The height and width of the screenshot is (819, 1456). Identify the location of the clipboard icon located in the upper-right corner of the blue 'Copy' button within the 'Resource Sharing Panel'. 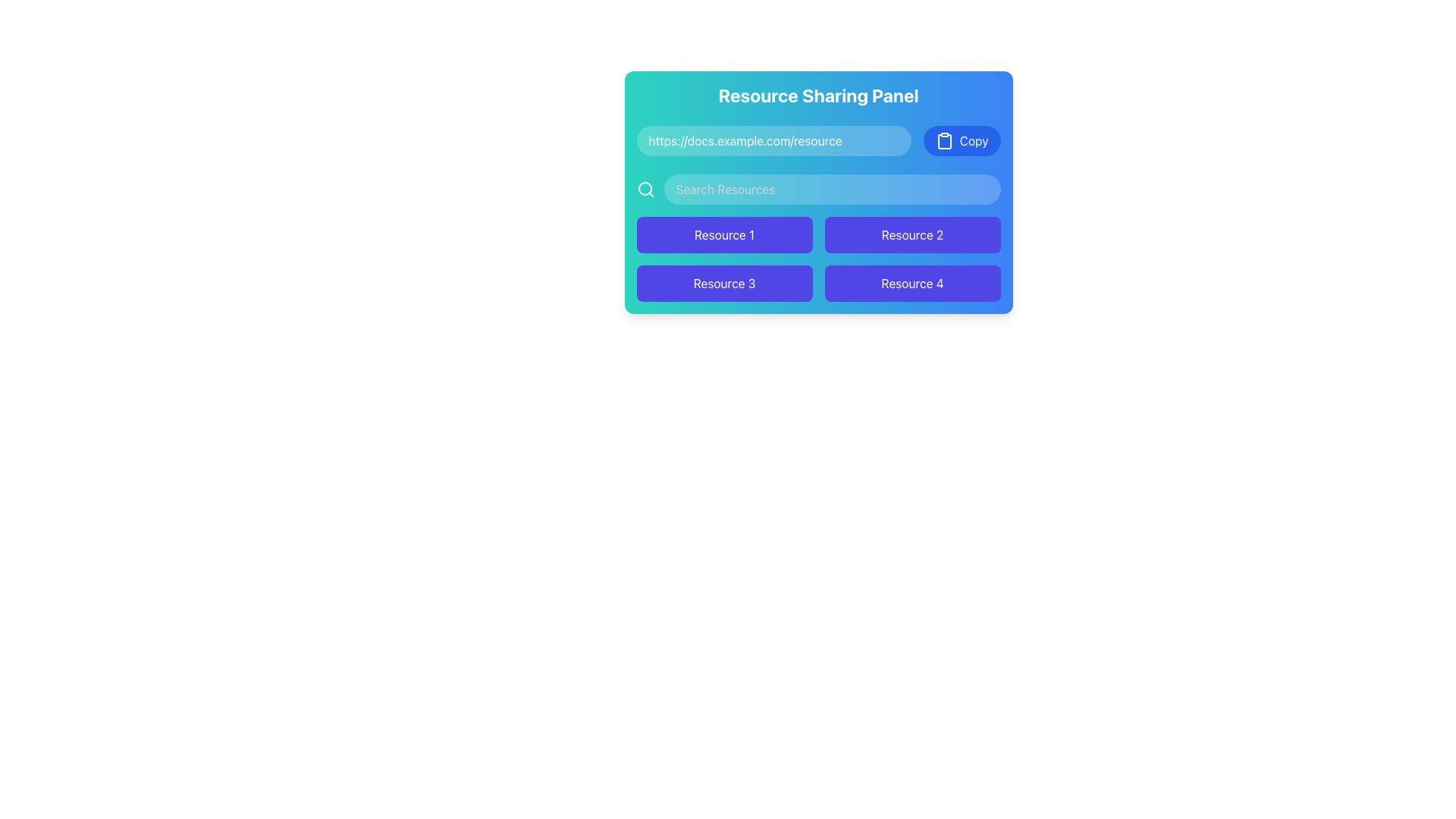
(943, 140).